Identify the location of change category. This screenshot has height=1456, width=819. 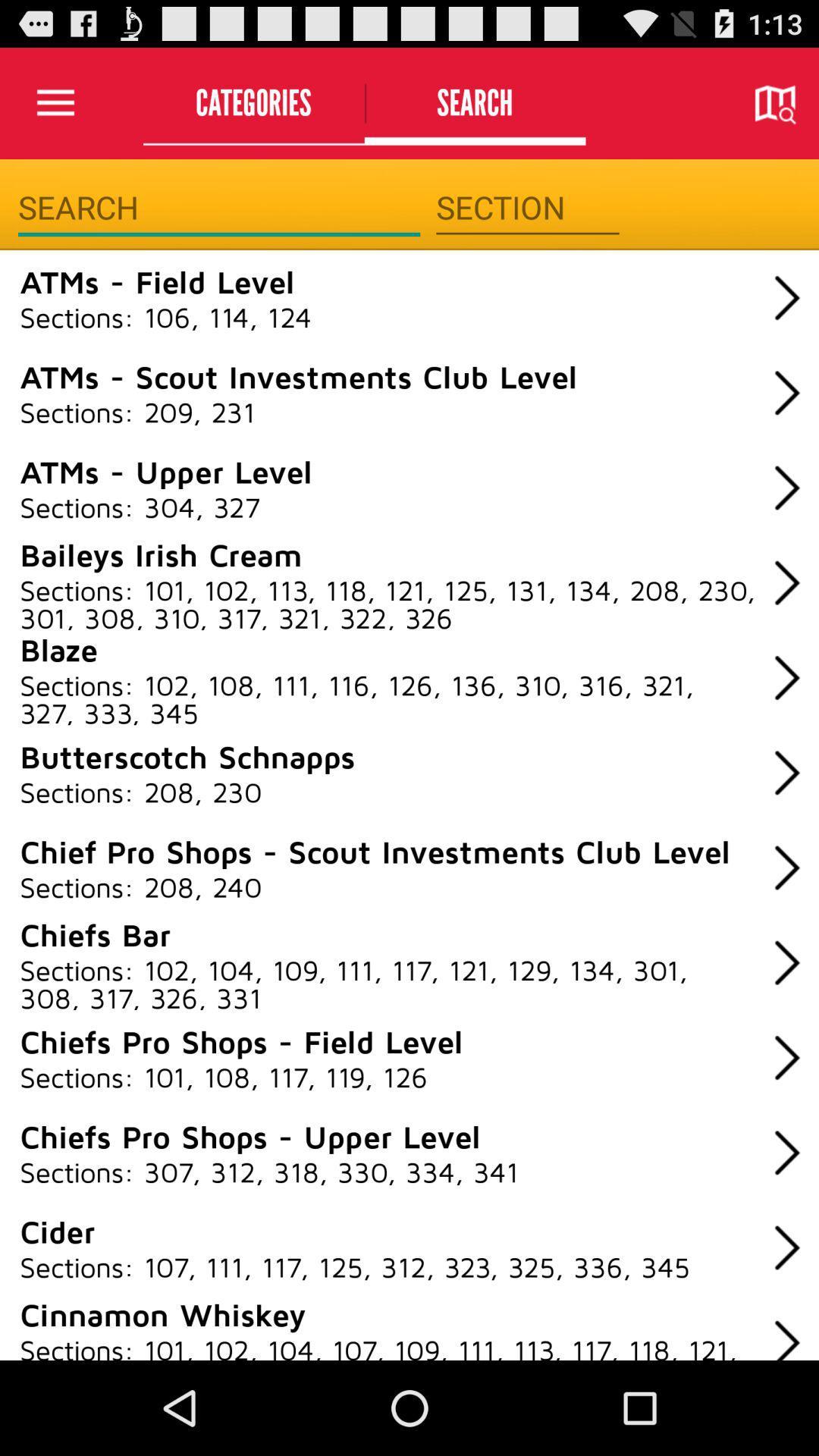
(526, 207).